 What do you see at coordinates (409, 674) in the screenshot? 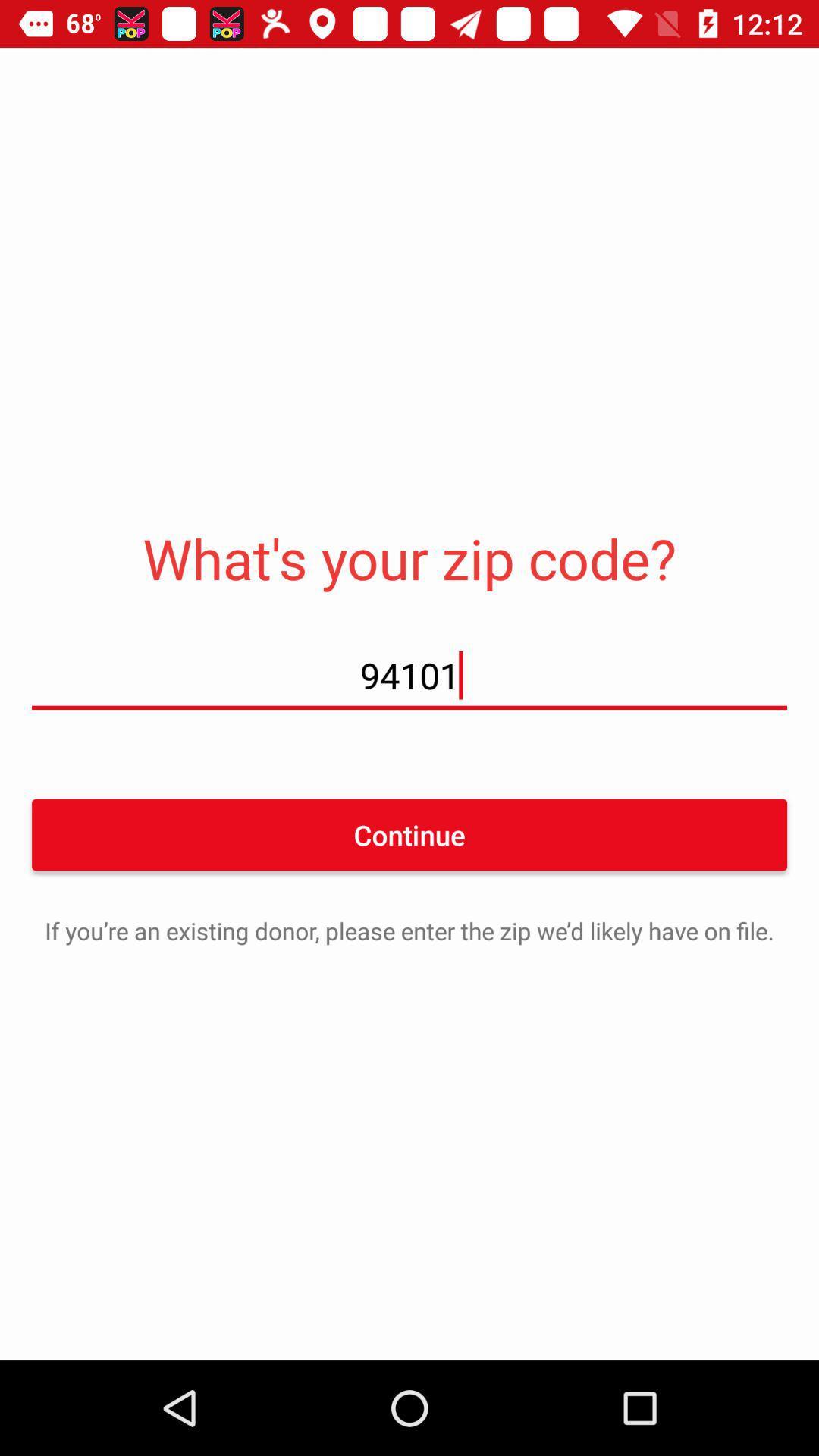
I see `94101 icon` at bounding box center [409, 674].